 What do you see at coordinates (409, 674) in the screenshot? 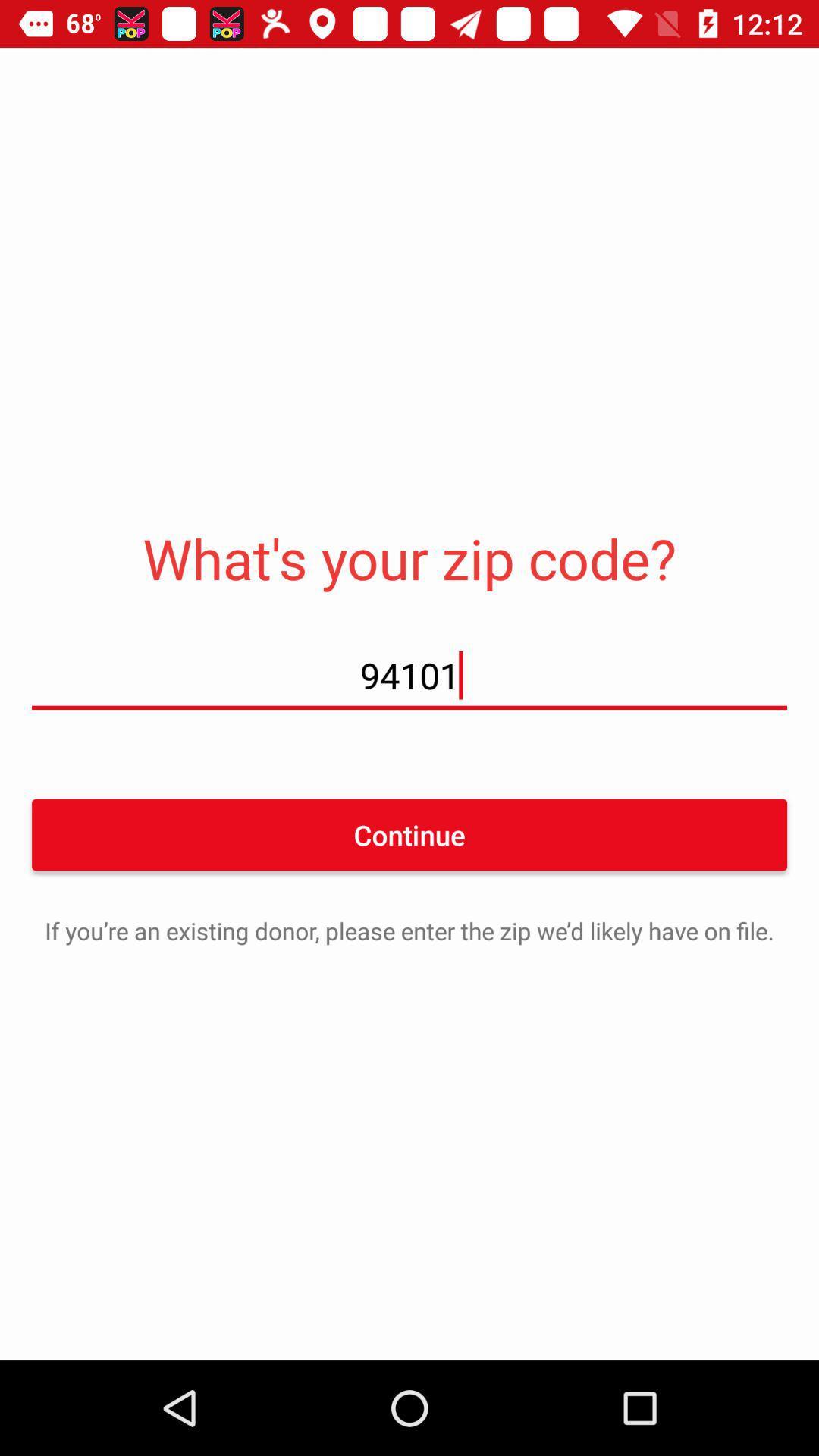
I see `94101 icon` at bounding box center [409, 674].